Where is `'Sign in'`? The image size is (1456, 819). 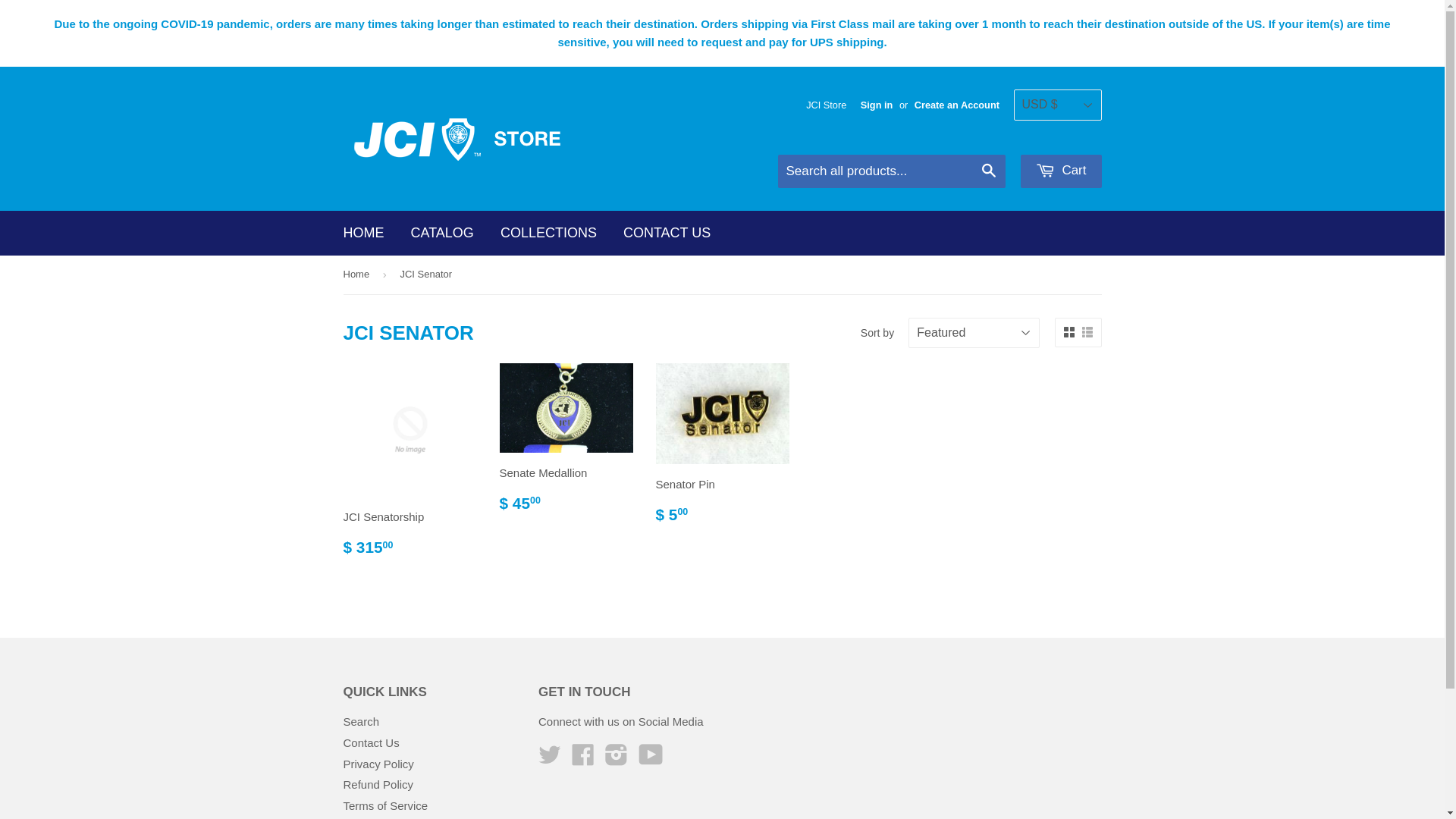
'Sign in' is located at coordinates (877, 104).